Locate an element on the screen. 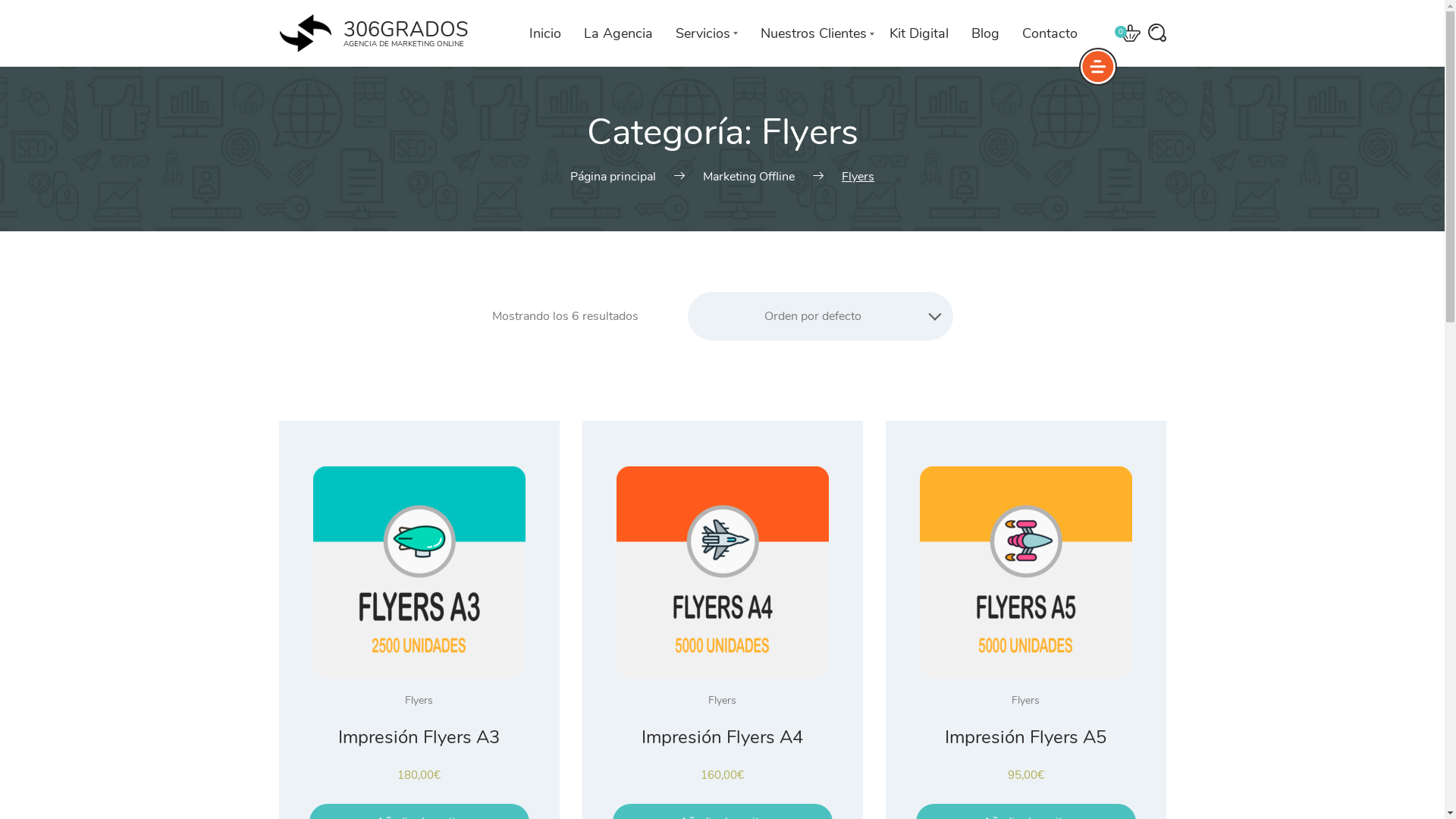 Image resolution: width=1456 pixels, height=819 pixels. 'Inicio' is located at coordinates (545, 33).